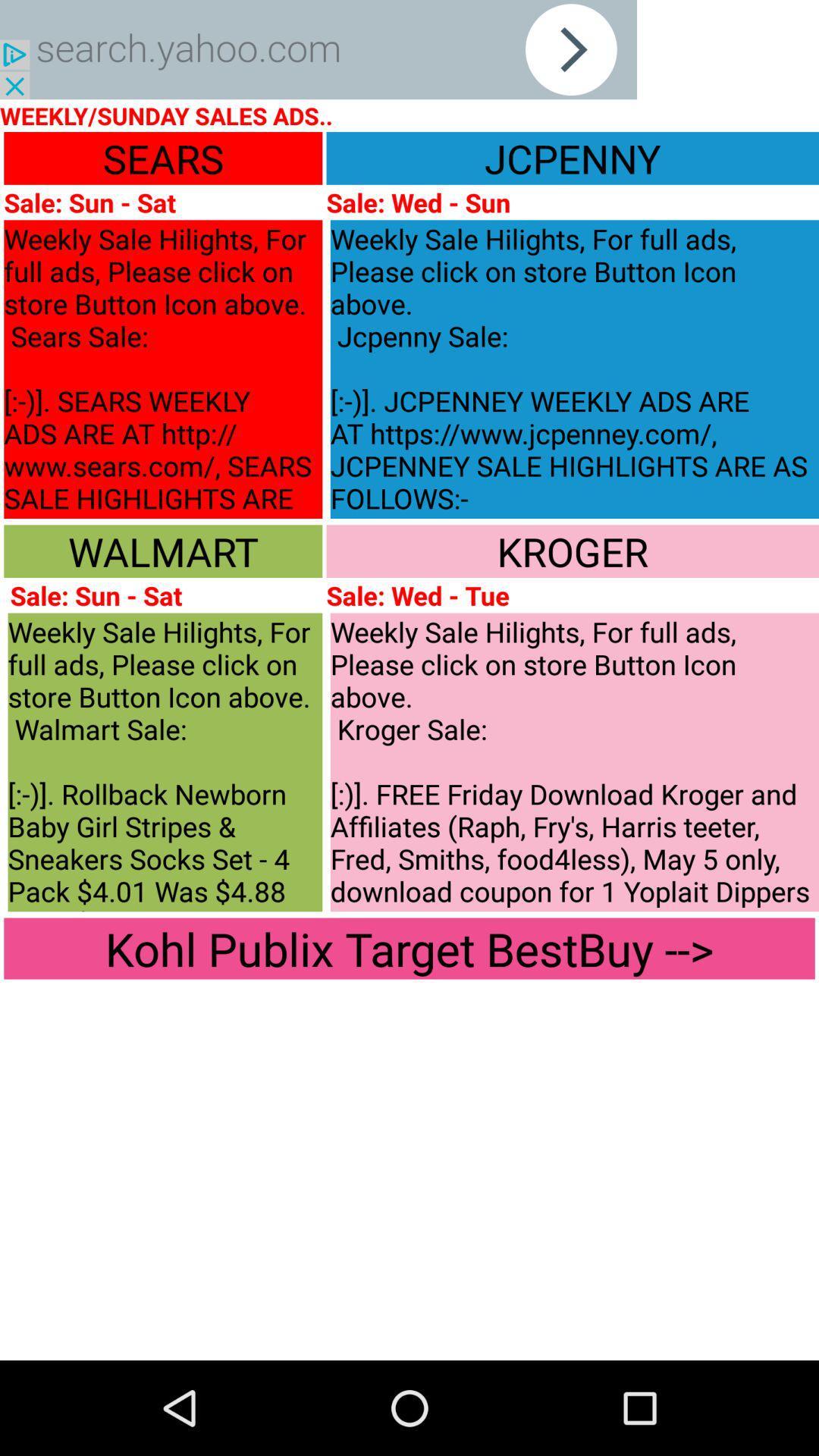  Describe the element at coordinates (318, 49) in the screenshot. I see `search option` at that location.